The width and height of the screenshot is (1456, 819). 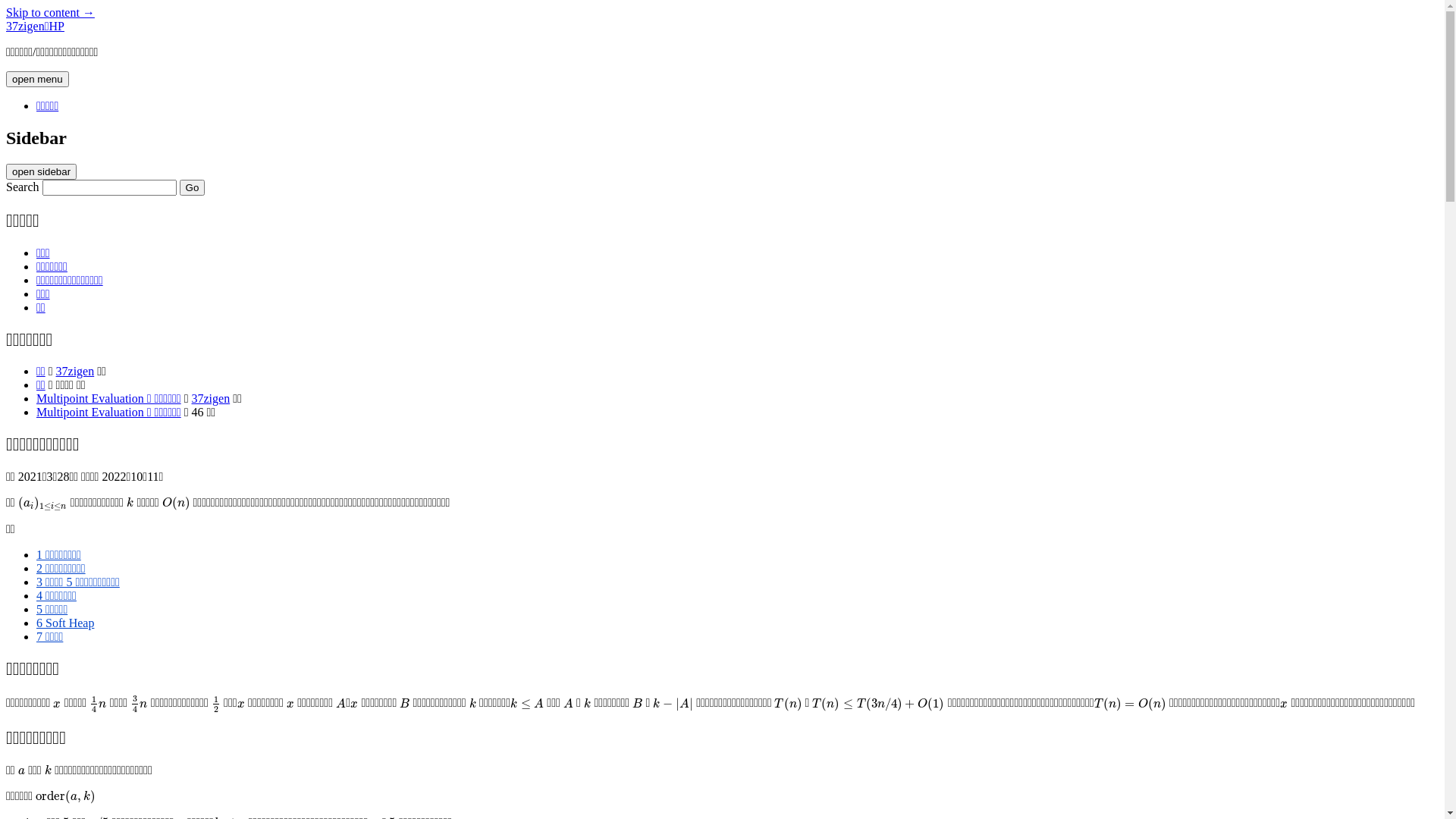 I want to click on 'Go', so click(x=192, y=187).